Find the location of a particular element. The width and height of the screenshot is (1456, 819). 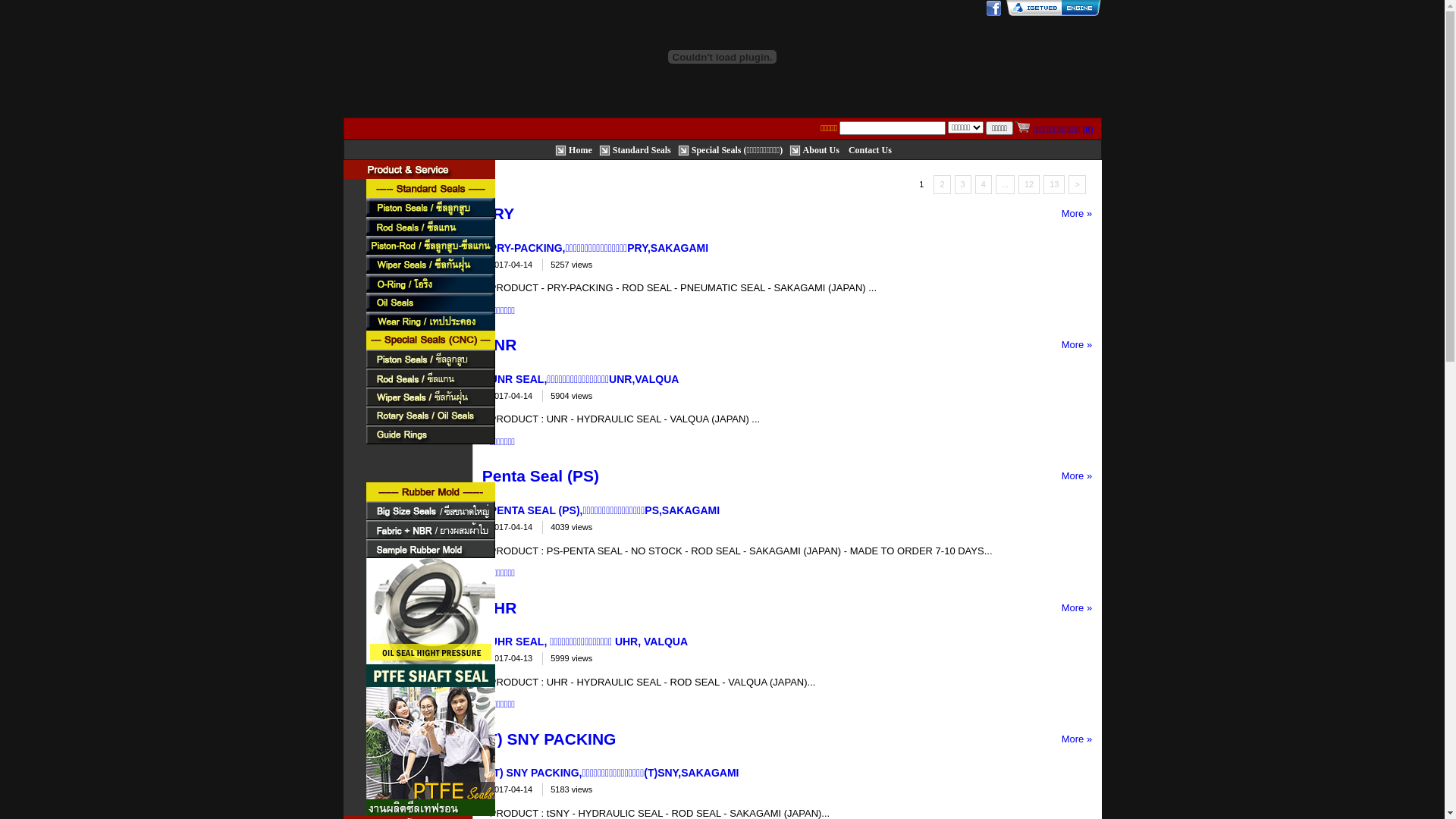

'UHR' is located at coordinates (499, 607).